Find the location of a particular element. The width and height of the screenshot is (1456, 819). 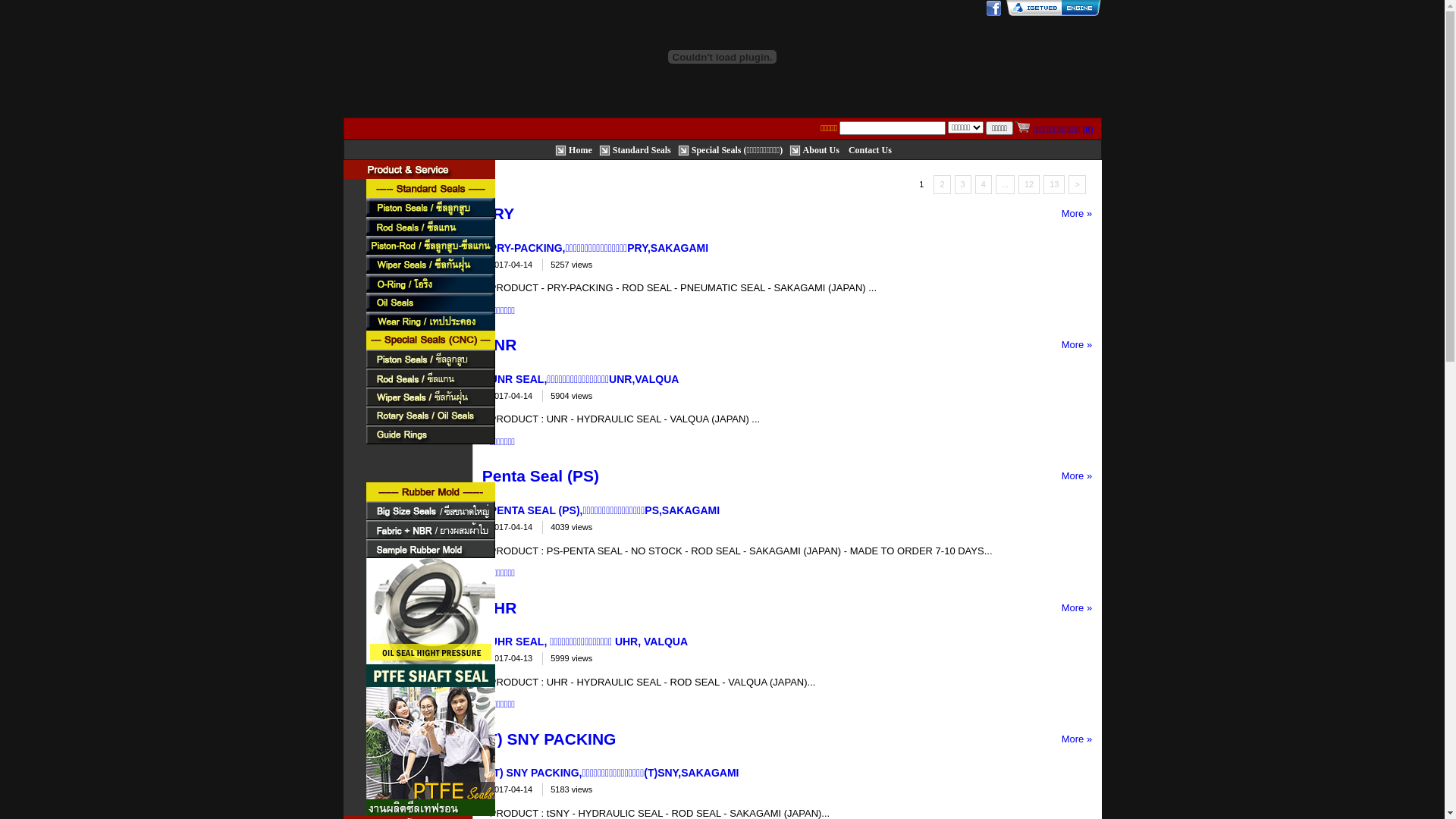

'UHR' is located at coordinates (499, 607).